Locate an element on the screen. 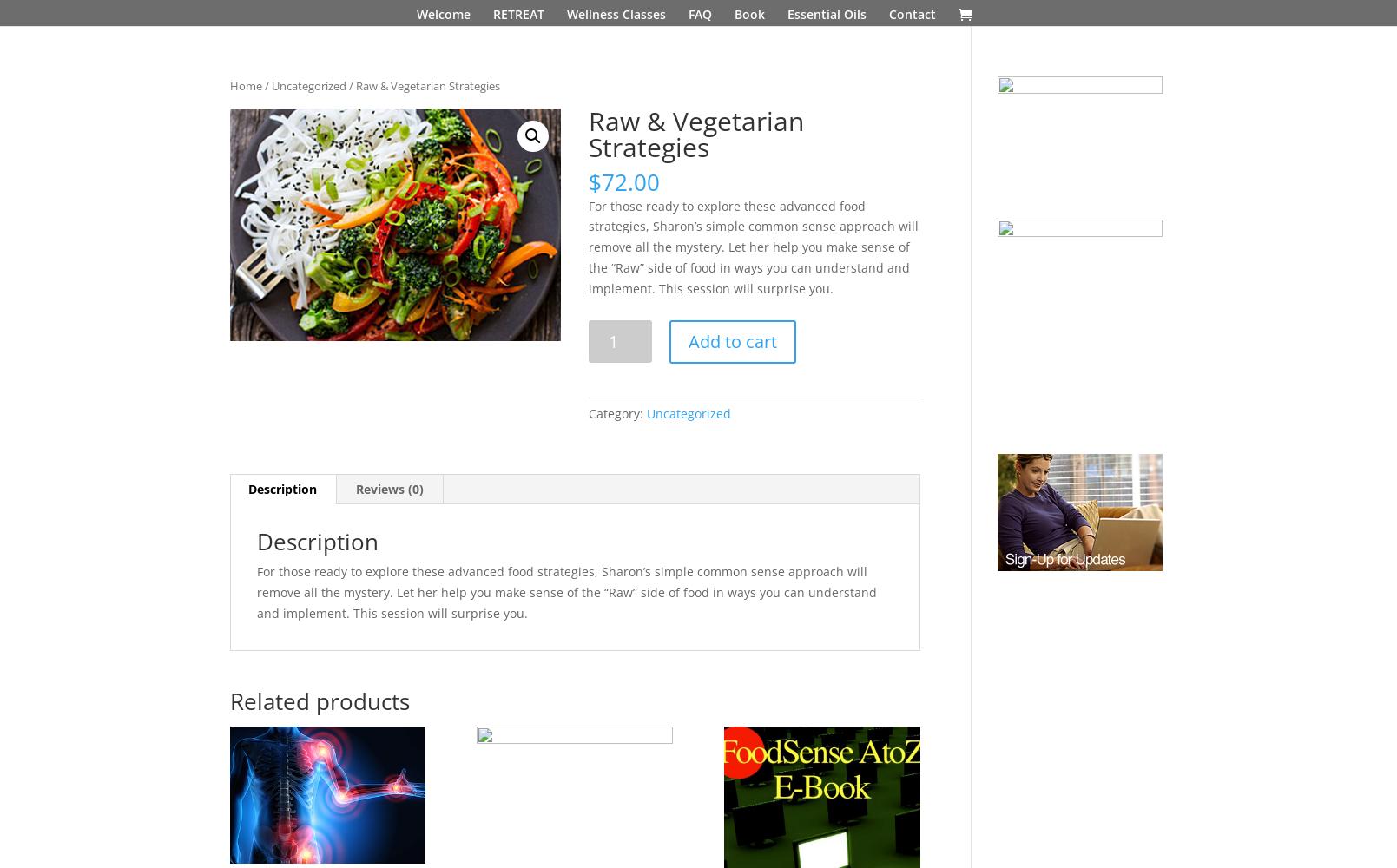 The width and height of the screenshot is (1397, 868). 'RETREAT' is located at coordinates (517, 14).